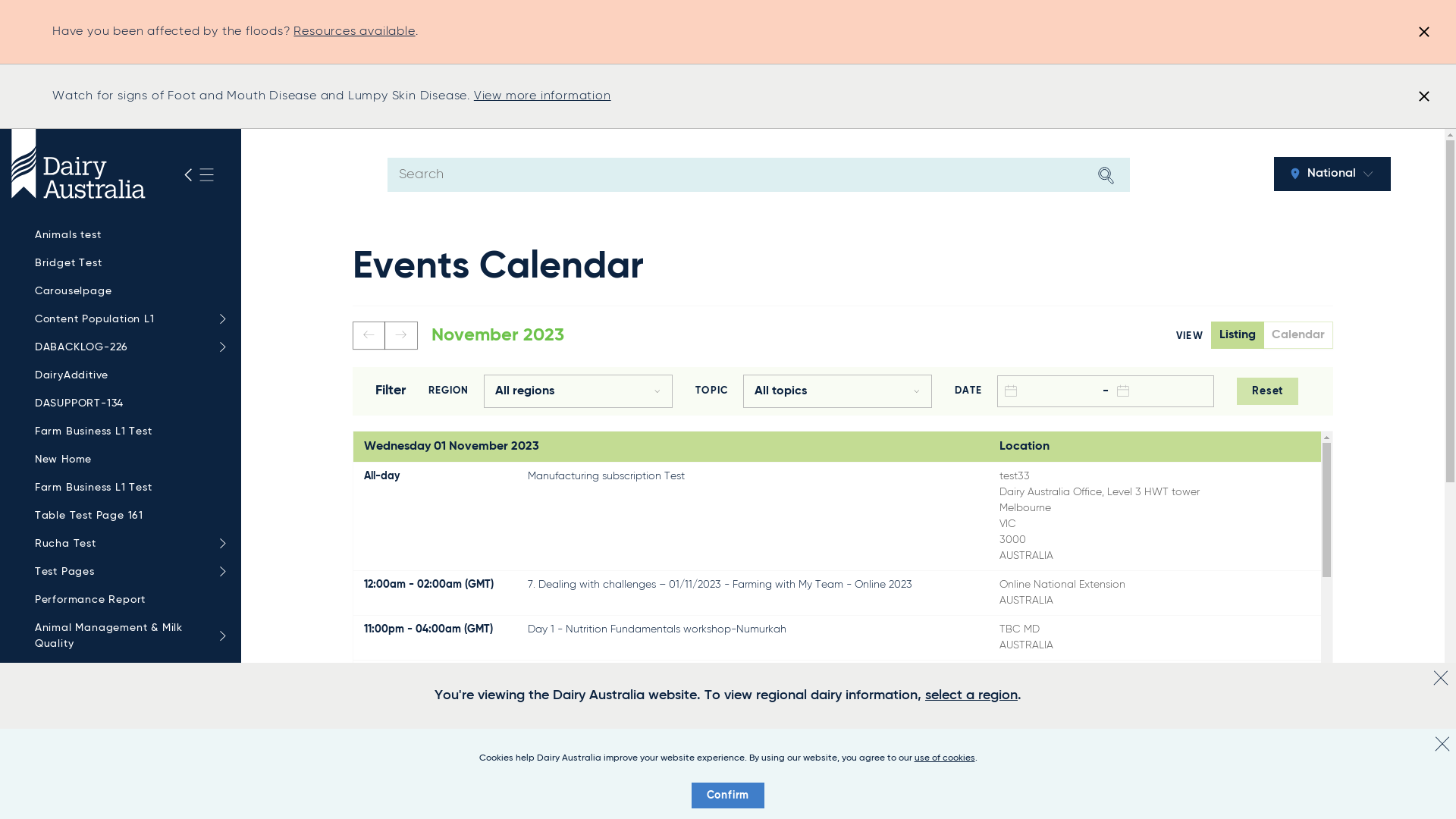  What do you see at coordinates (127, 375) in the screenshot?
I see `'DairyAdditive'` at bounding box center [127, 375].